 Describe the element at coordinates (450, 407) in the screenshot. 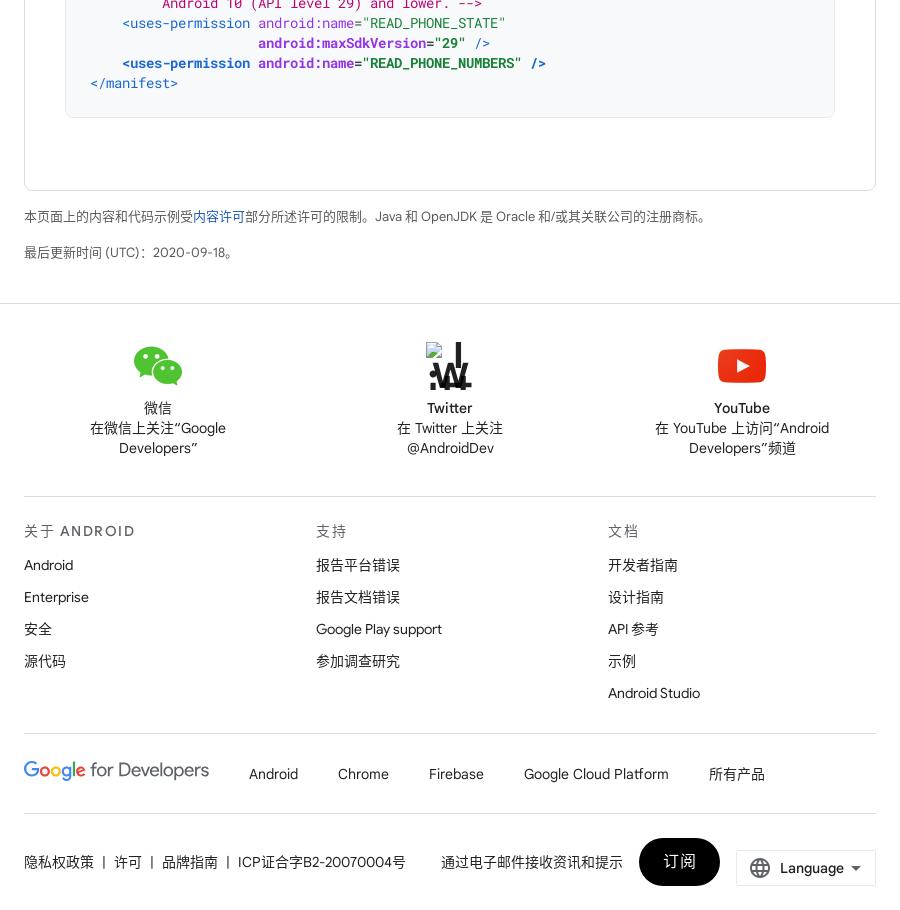

I see `'Twitter'` at that location.